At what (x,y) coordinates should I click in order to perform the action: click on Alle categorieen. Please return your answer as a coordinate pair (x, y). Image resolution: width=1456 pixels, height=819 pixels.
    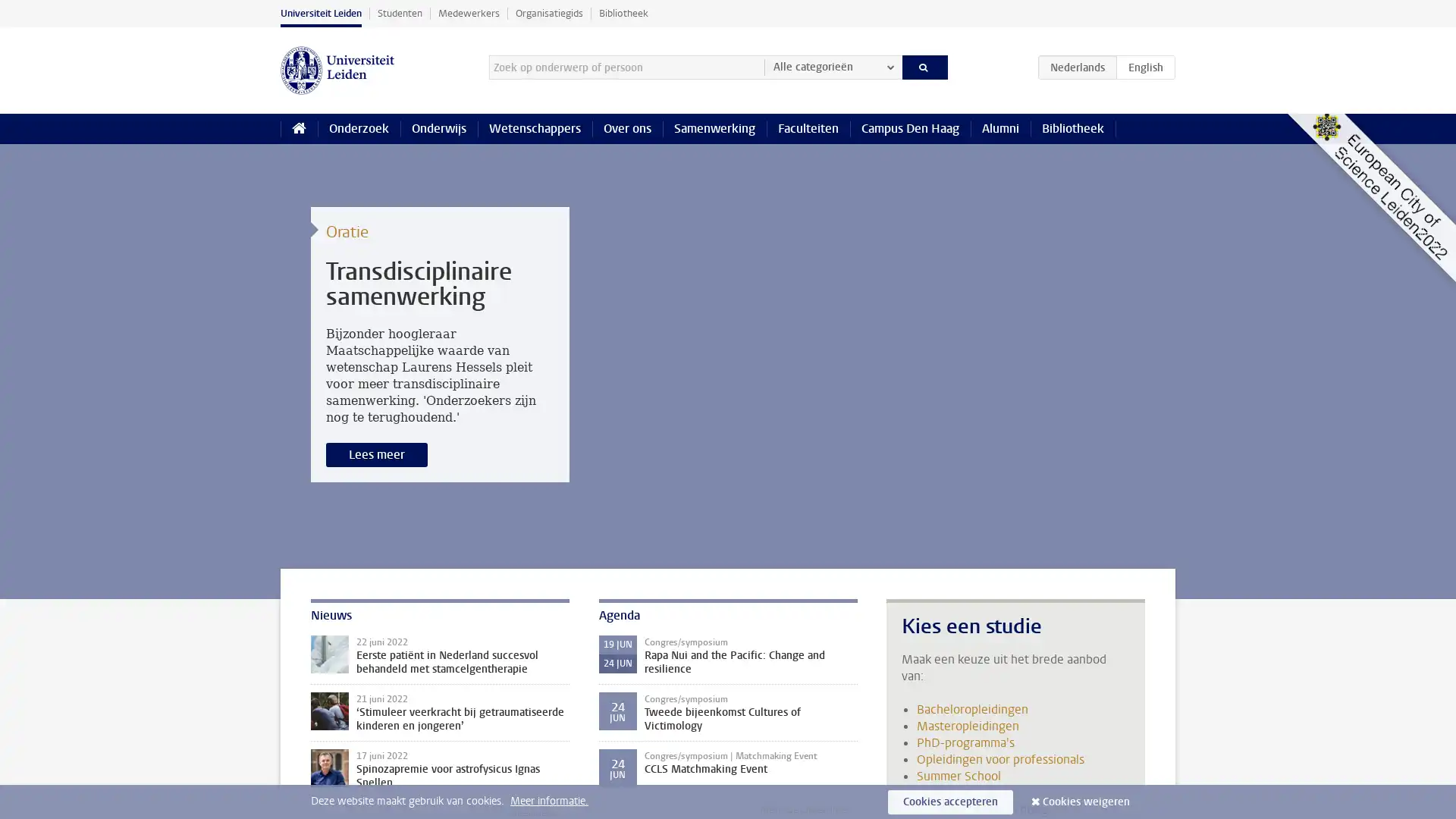
    Looking at the image, I should click on (832, 66).